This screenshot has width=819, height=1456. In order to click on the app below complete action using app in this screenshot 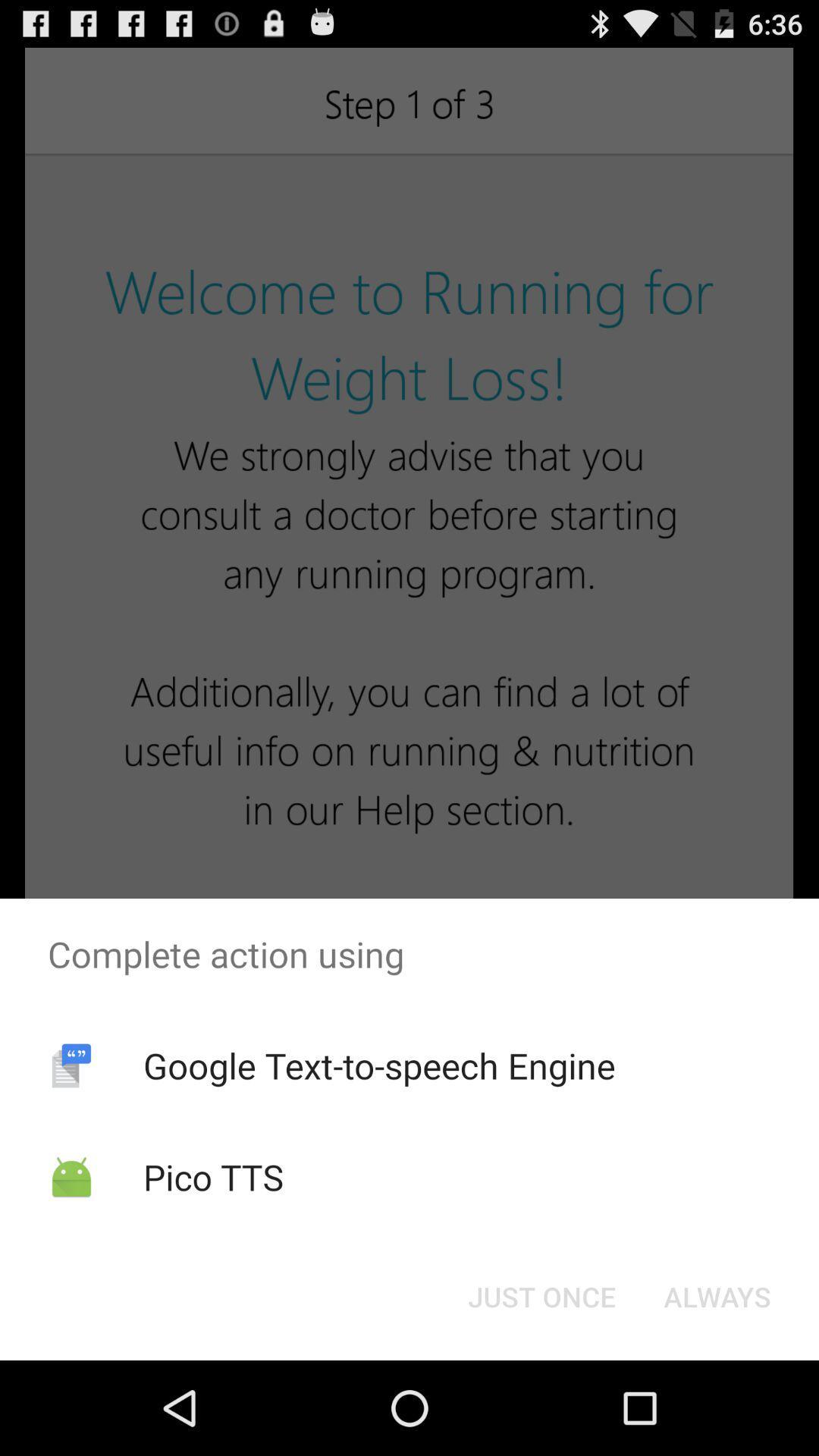, I will do `click(717, 1295)`.